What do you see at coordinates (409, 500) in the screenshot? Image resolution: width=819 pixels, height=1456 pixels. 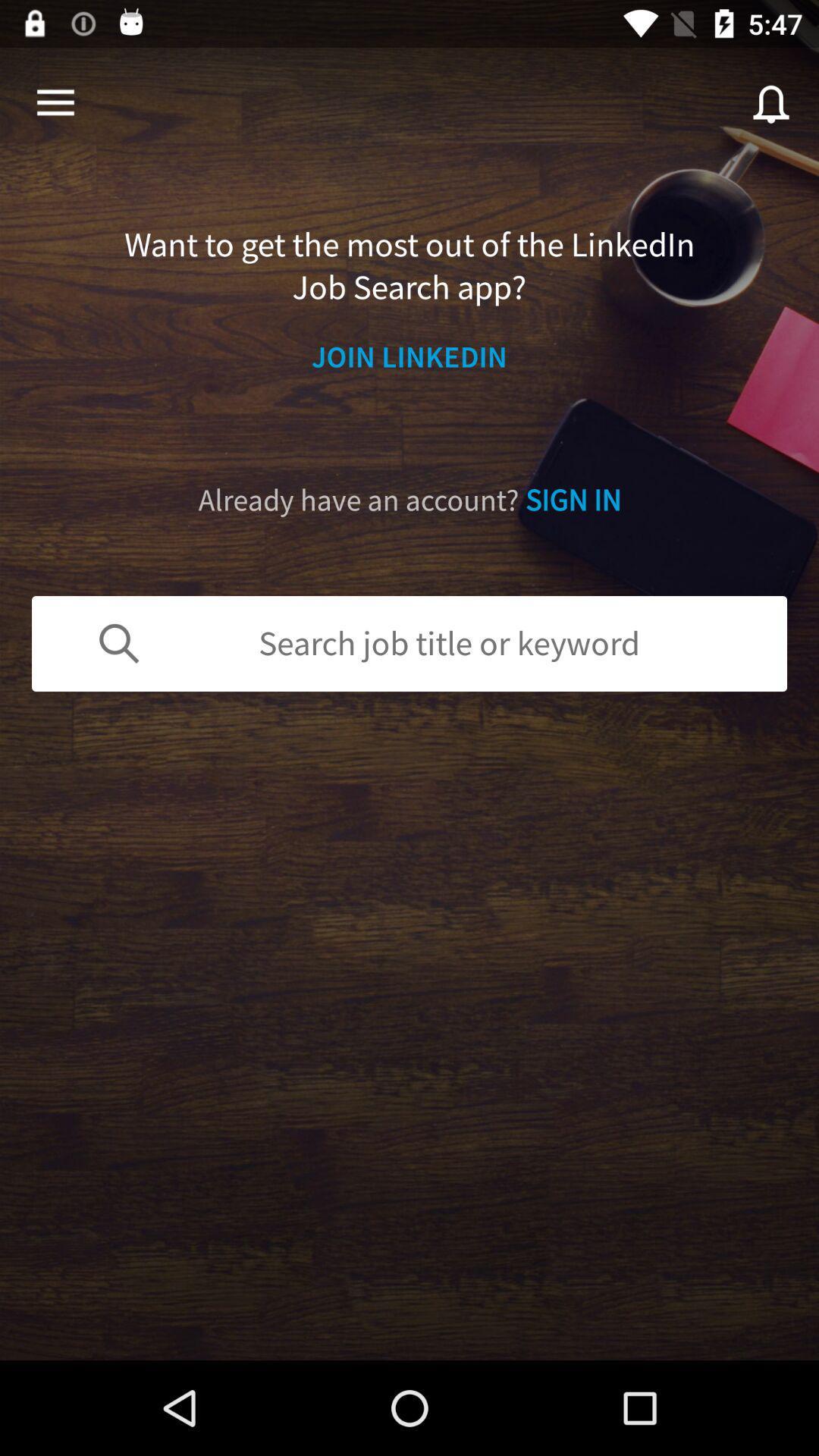 I see `the item below the join linkedin` at bounding box center [409, 500].